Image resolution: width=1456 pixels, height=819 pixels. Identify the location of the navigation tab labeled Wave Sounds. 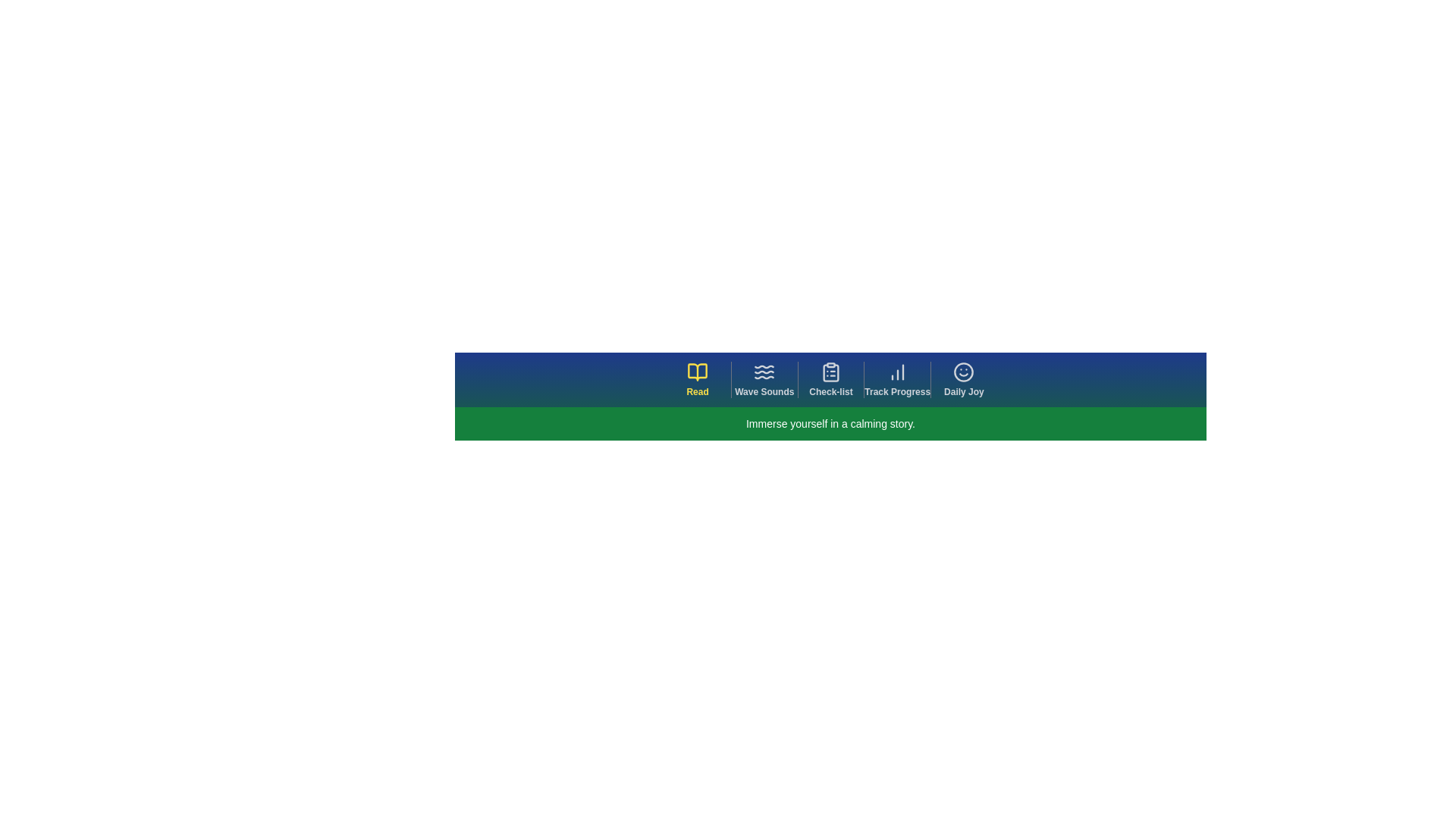
(764, 379).